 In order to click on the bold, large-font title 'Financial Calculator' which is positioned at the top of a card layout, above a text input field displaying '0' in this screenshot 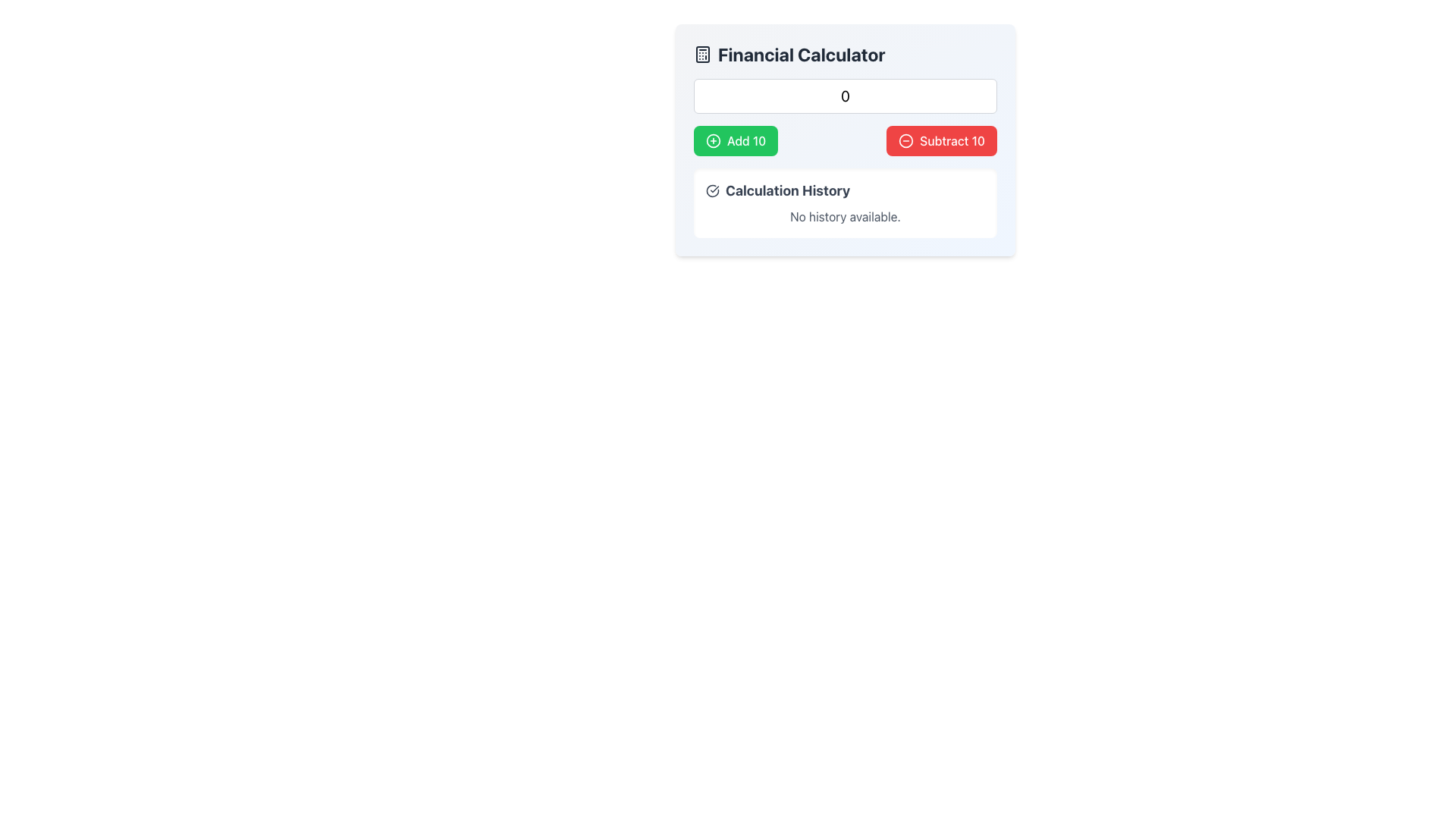, I will do `click(844, 54)`.